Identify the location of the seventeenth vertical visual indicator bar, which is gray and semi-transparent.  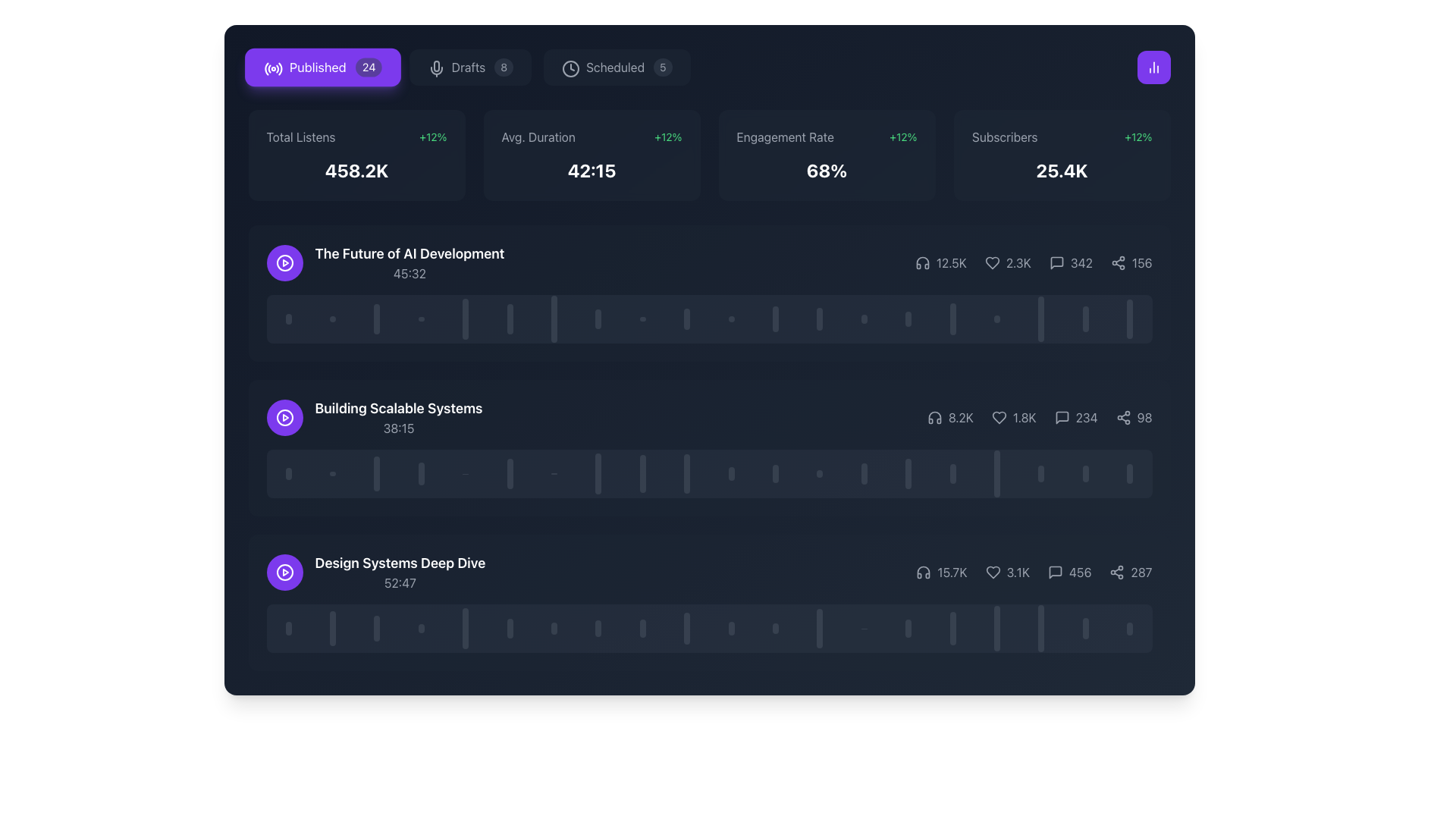
(952, 629).